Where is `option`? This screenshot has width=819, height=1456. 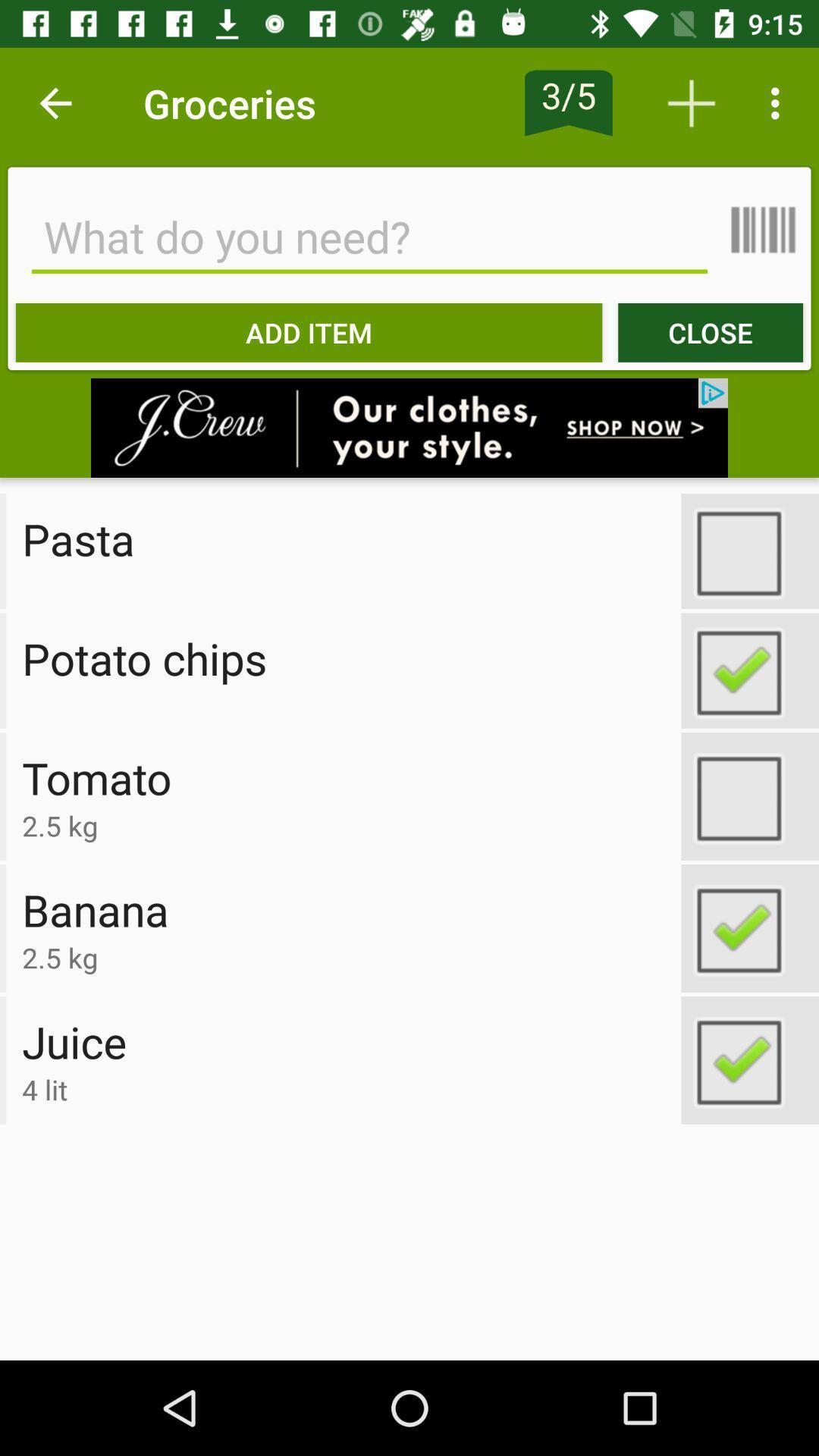
option is located at coordinates (749, 927).